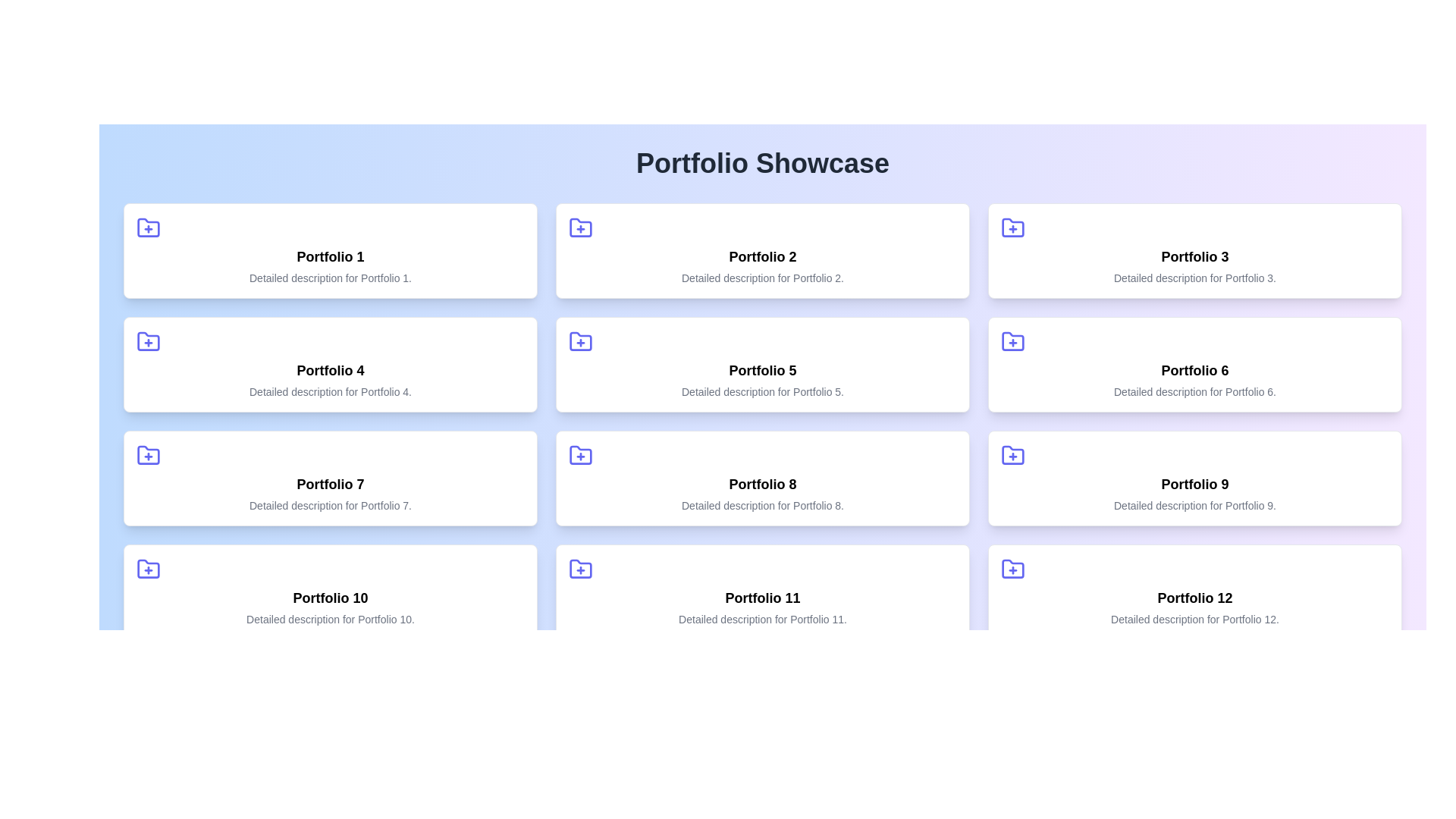 The width and height of the screenshot is (1456, 819). Describe the element at coordinates (330, 485) in the screenshot. I see `the title text label of the 'Portfolio 7' card, which is located in the third row and first column of the grid layout, positioned near the top-center of the card` at that location.